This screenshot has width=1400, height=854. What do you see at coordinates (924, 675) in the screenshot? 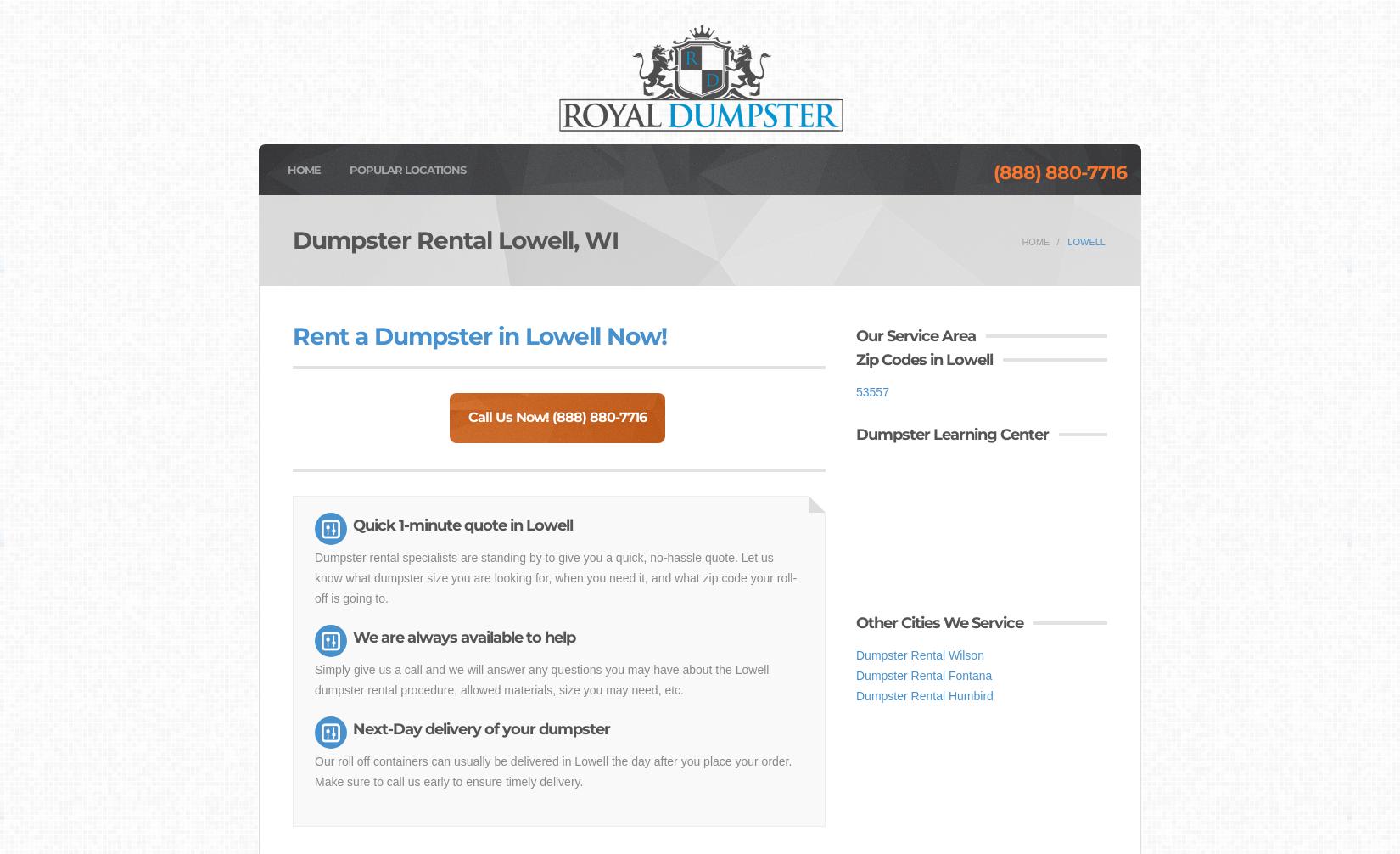
I see `'Dumpster Rental Fontana'` at bounding box center [924, 675].